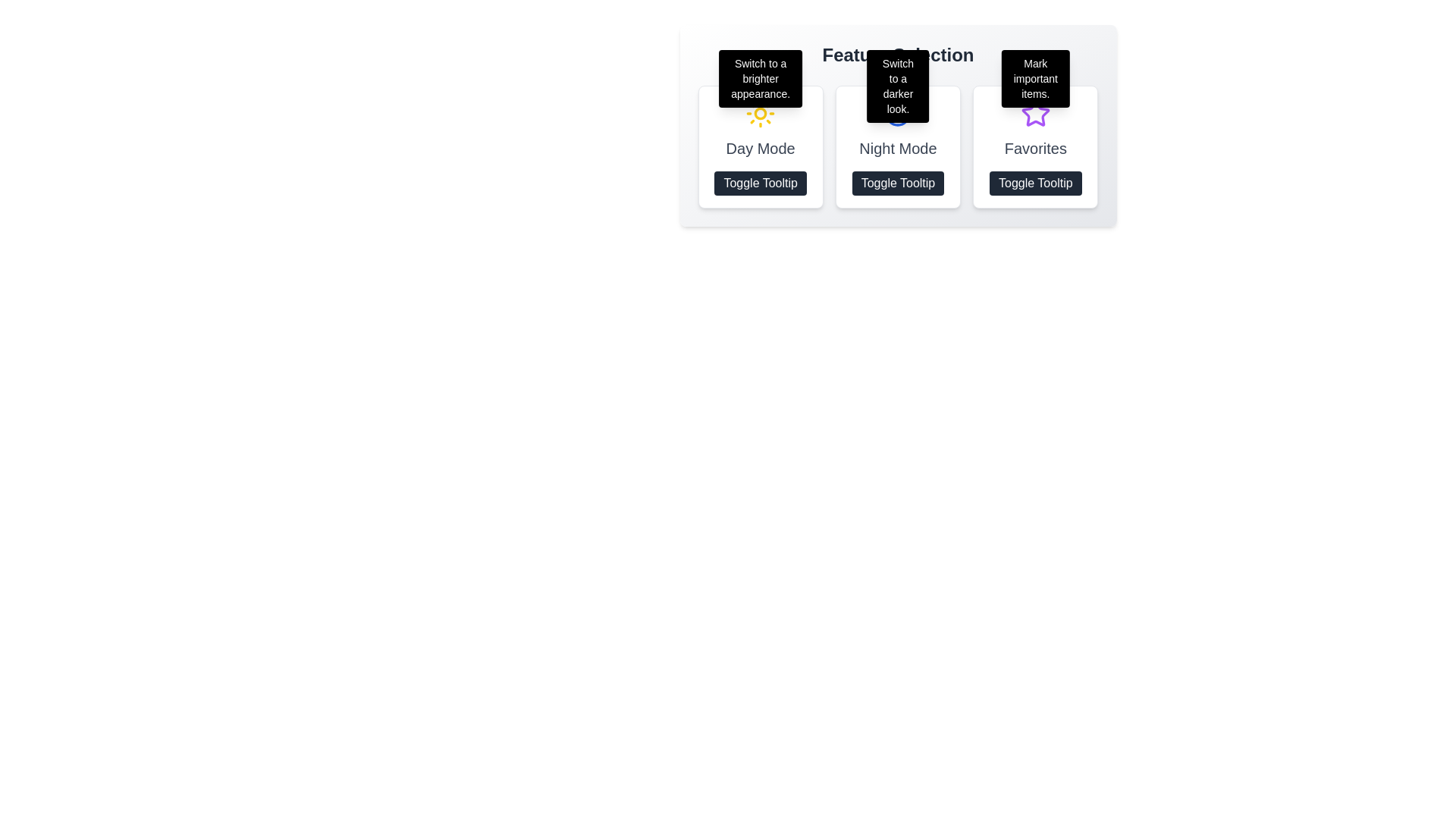 Image resolution: width=1456 pixels, height=819 pixels. I want to click on the sun icon, which is the first item in a row of three visual feature indicators, so click(761, 113).